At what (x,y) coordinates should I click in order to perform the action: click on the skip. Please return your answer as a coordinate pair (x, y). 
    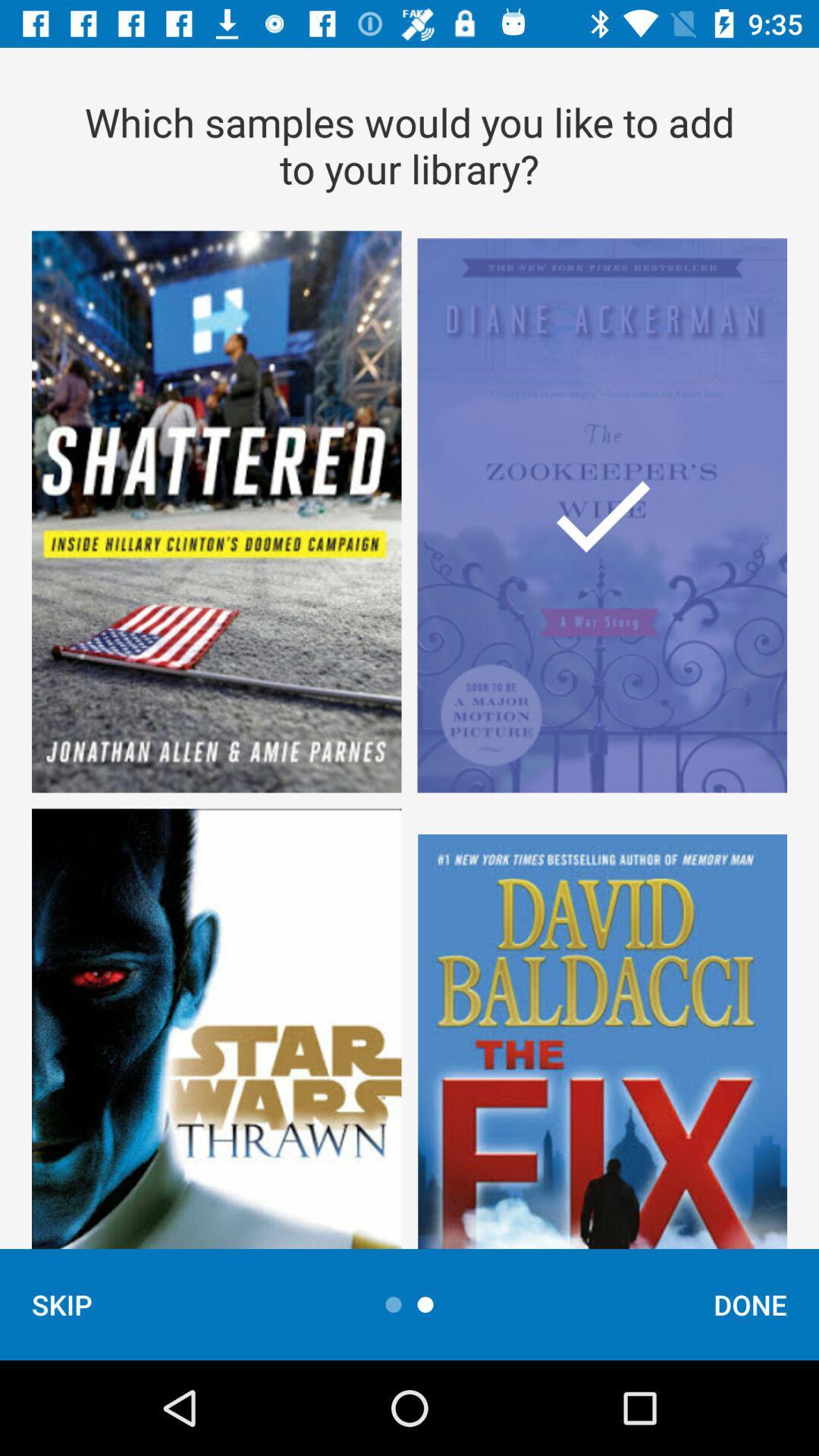
    Looking at the image, I should click on (61, 1304).